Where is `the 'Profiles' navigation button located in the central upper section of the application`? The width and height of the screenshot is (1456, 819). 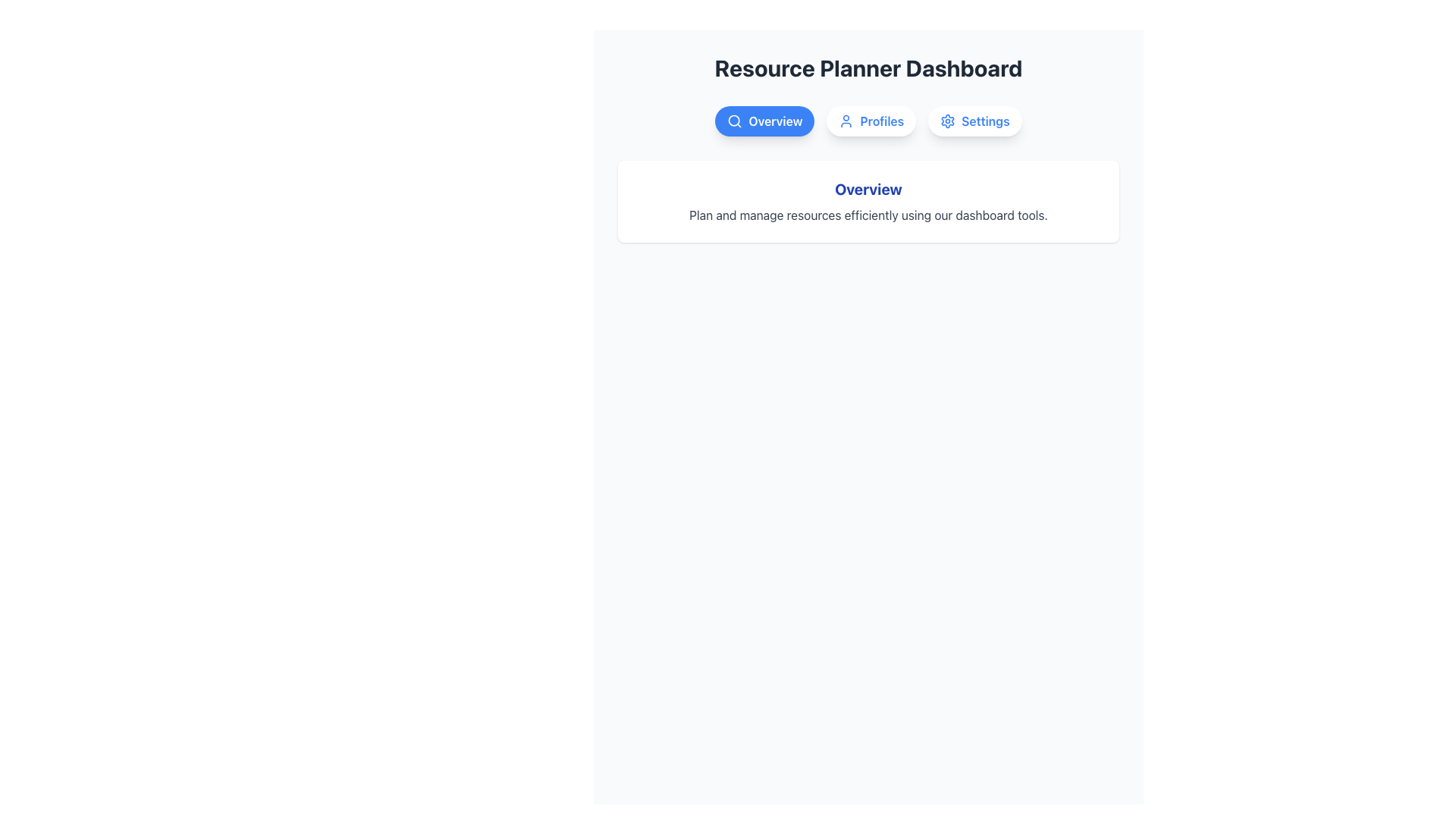 the 'Profiles' navigation button located in the central upper section of the application is located at coordinates (871, 120).